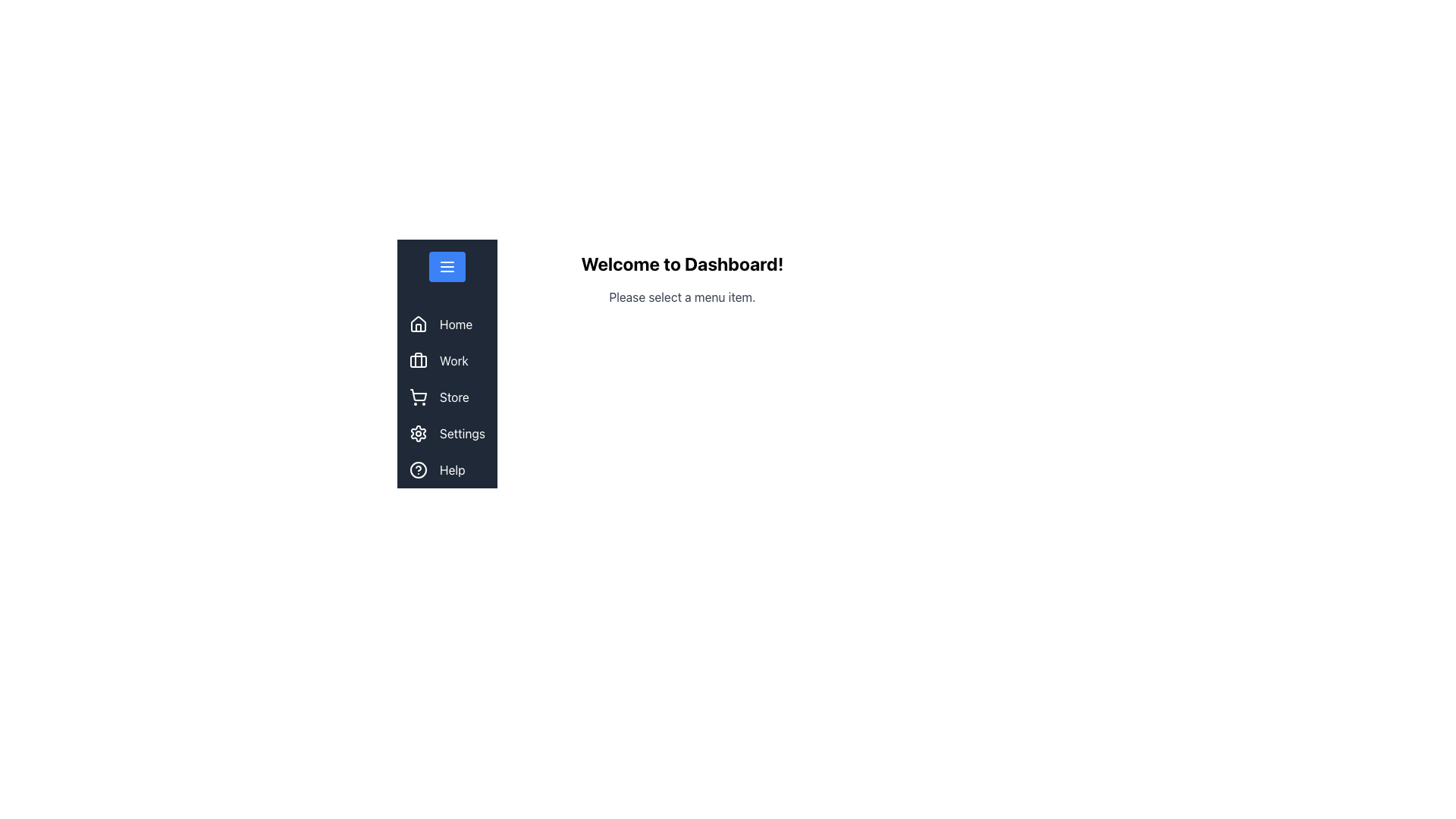 The height and width of the screenshot is (819, 1456). What do you see at coordinates (419, 359) in the screenshot?
I see `the vertical line component inside the briefcase icon located under the 'Work' label in the left sidebar navigation menu` at bounding box center [419, 359].